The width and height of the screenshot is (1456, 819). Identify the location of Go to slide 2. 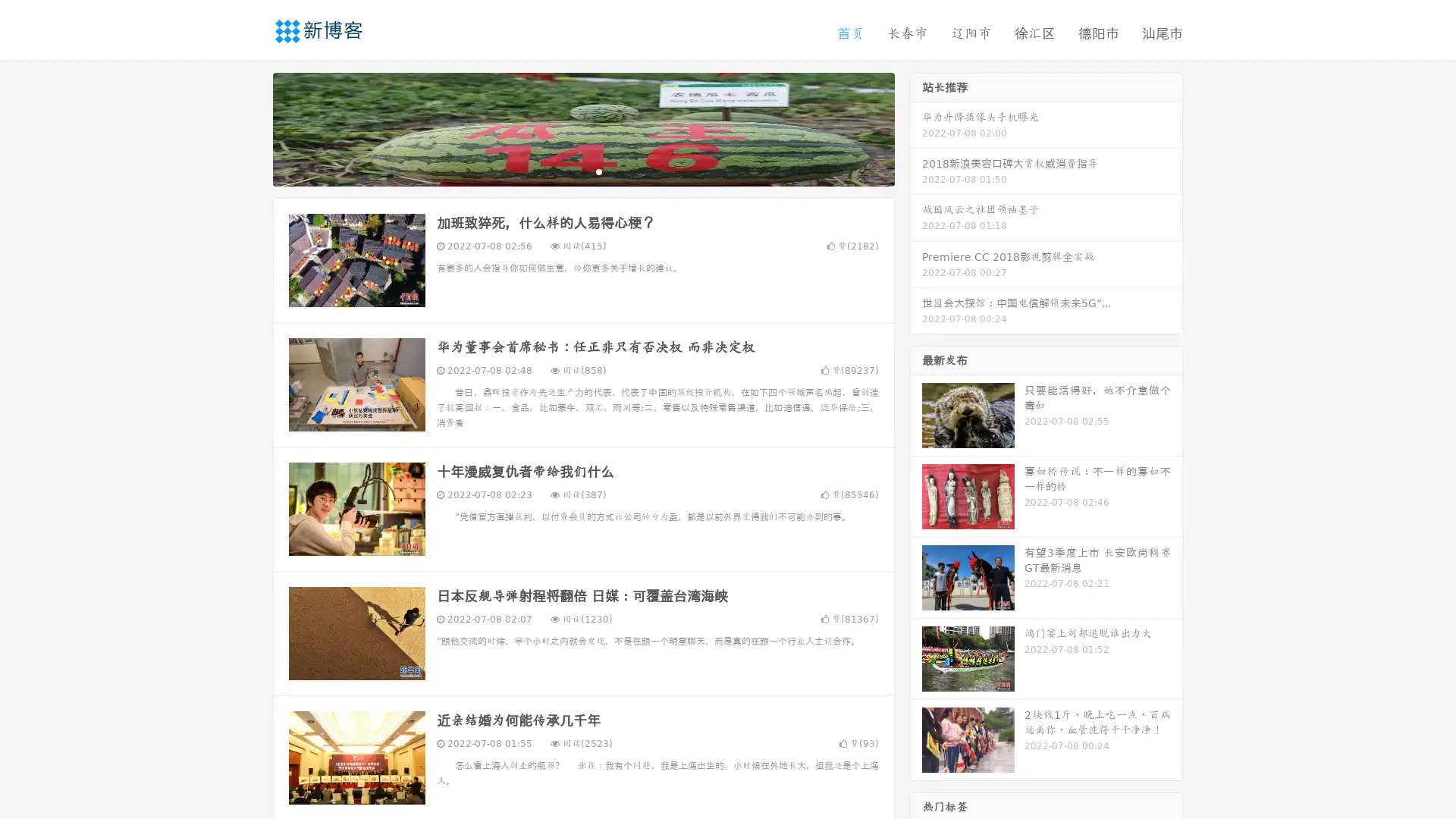
(582, 171).